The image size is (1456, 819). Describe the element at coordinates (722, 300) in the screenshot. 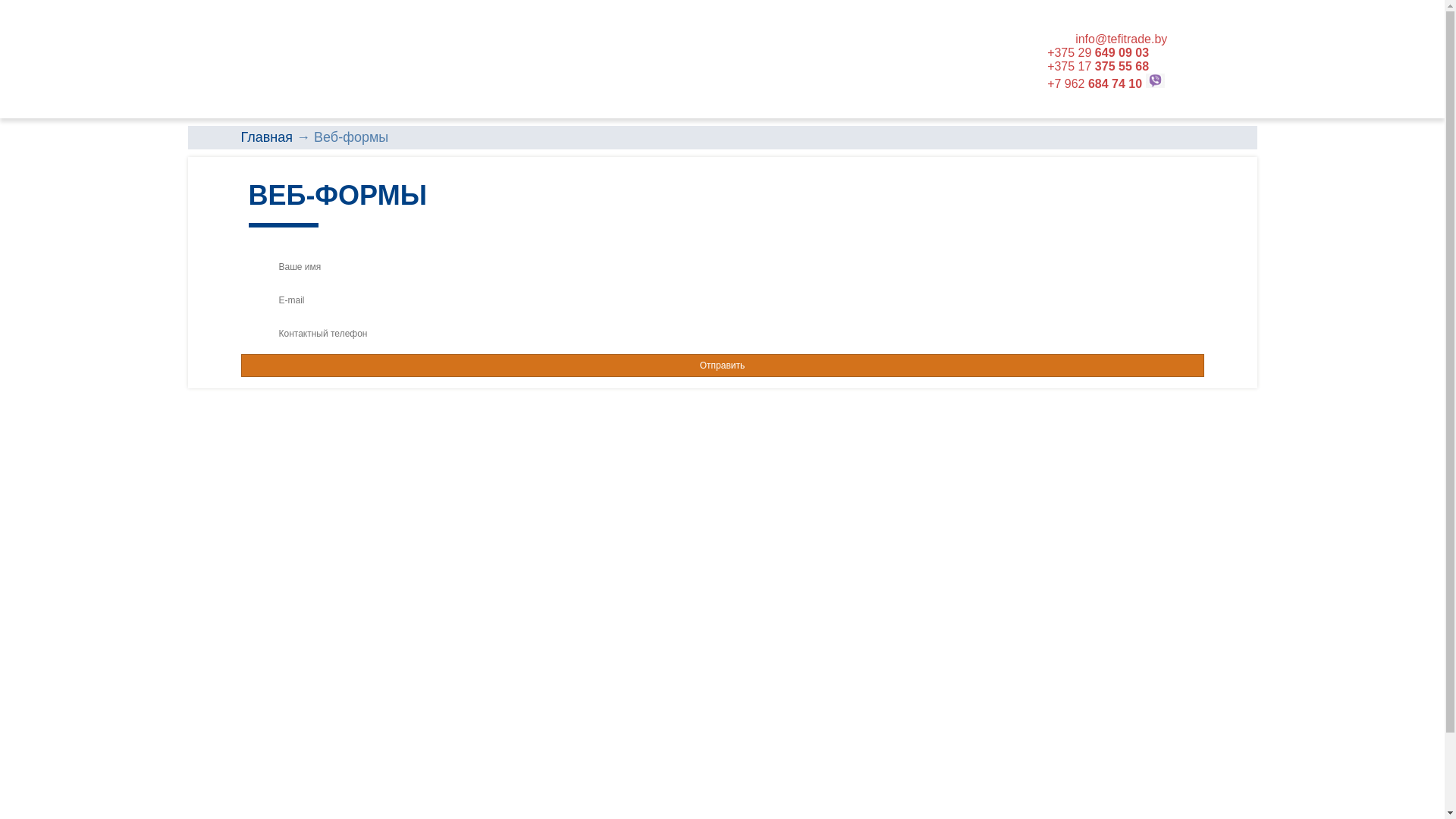

I see `'E-mail'` at that location.